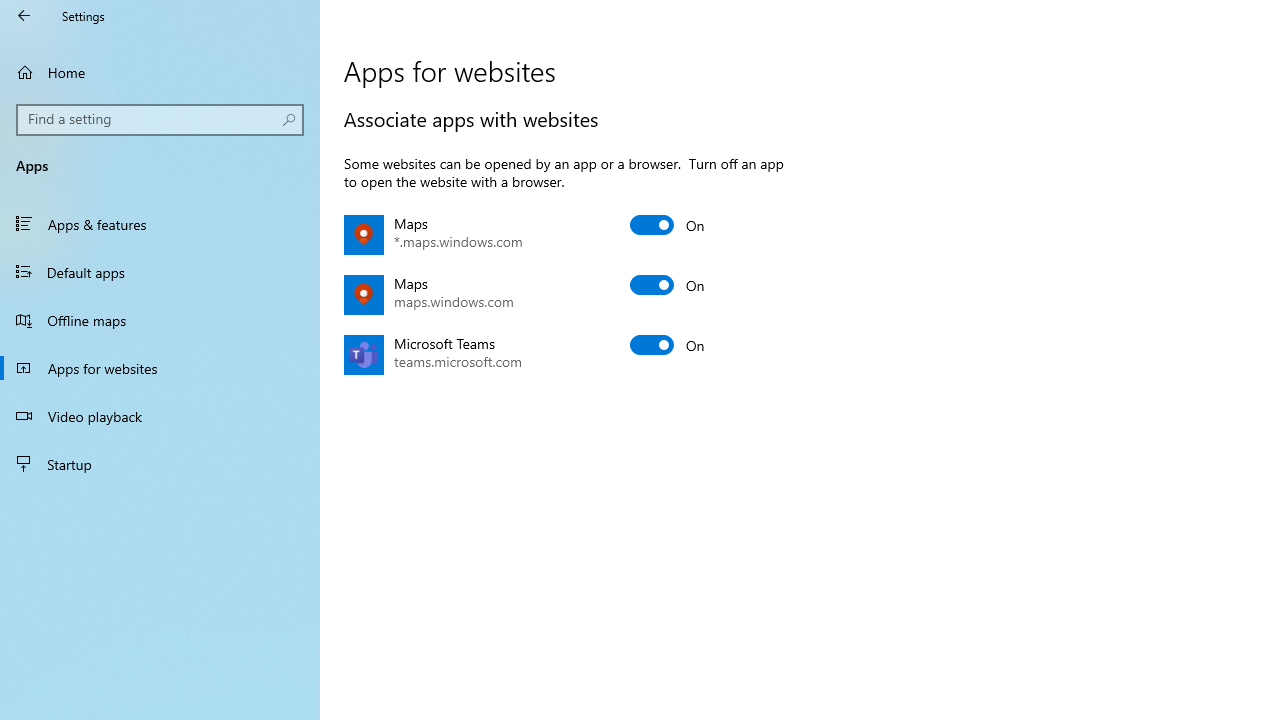 The width and height of the screenshot is (1280, 720). Describe the element at coordinates (160, 414) in the screenshot. I see `'Video playback'` at that location.